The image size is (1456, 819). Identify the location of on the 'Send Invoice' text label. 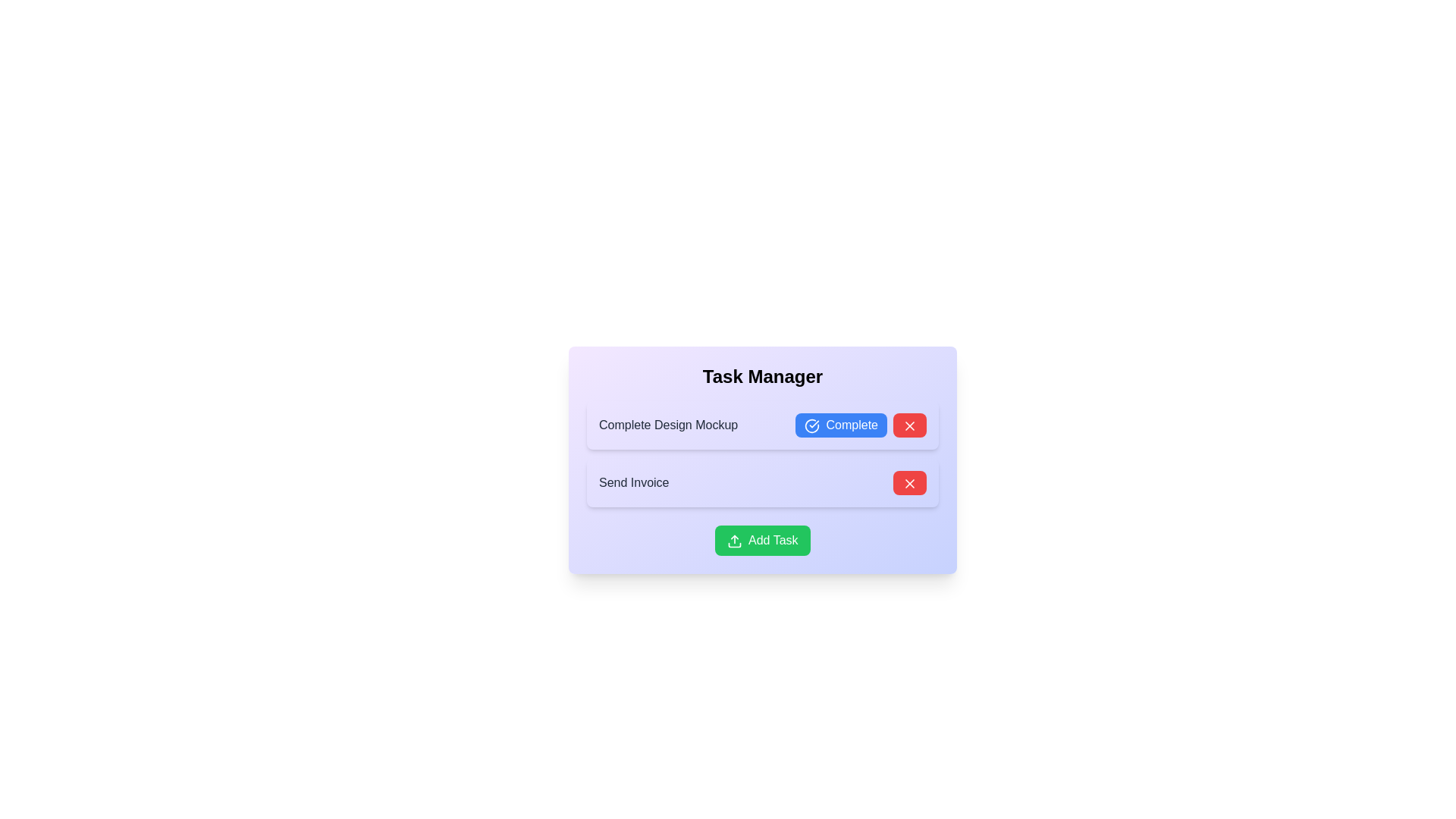
(634, 482).